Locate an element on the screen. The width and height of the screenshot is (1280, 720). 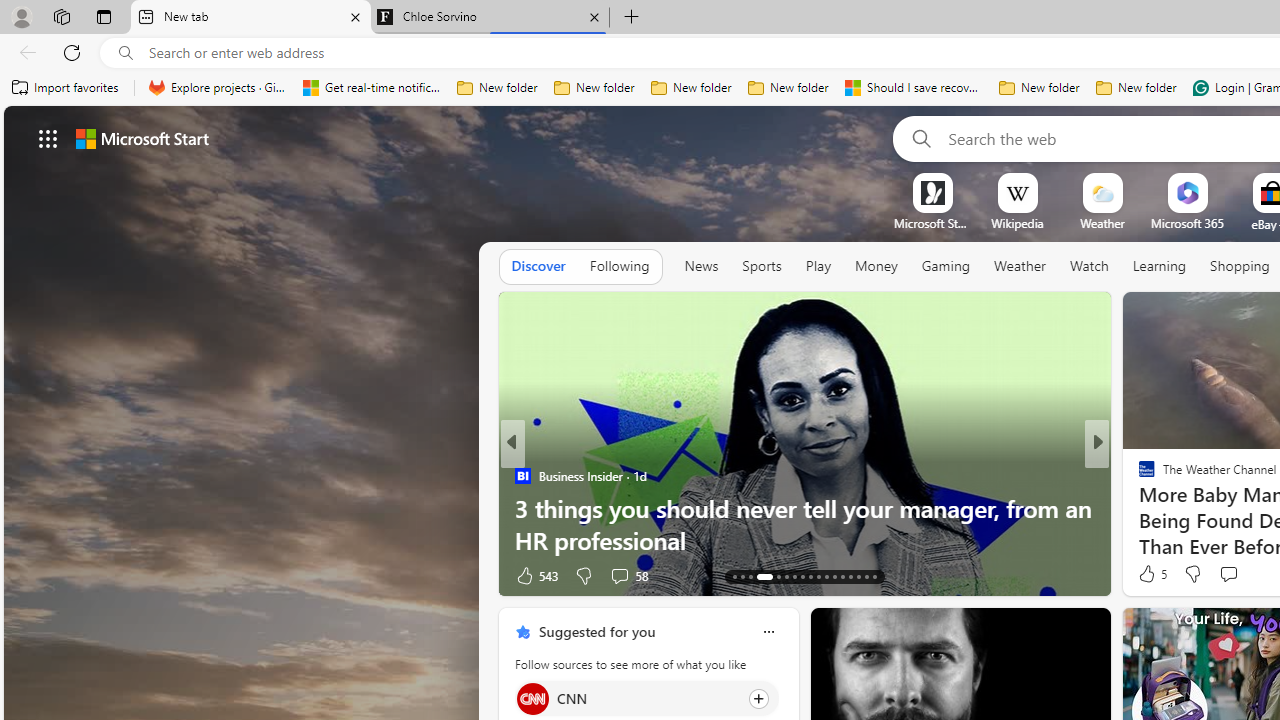
'Weather' is located at coordinates (1020, 265).